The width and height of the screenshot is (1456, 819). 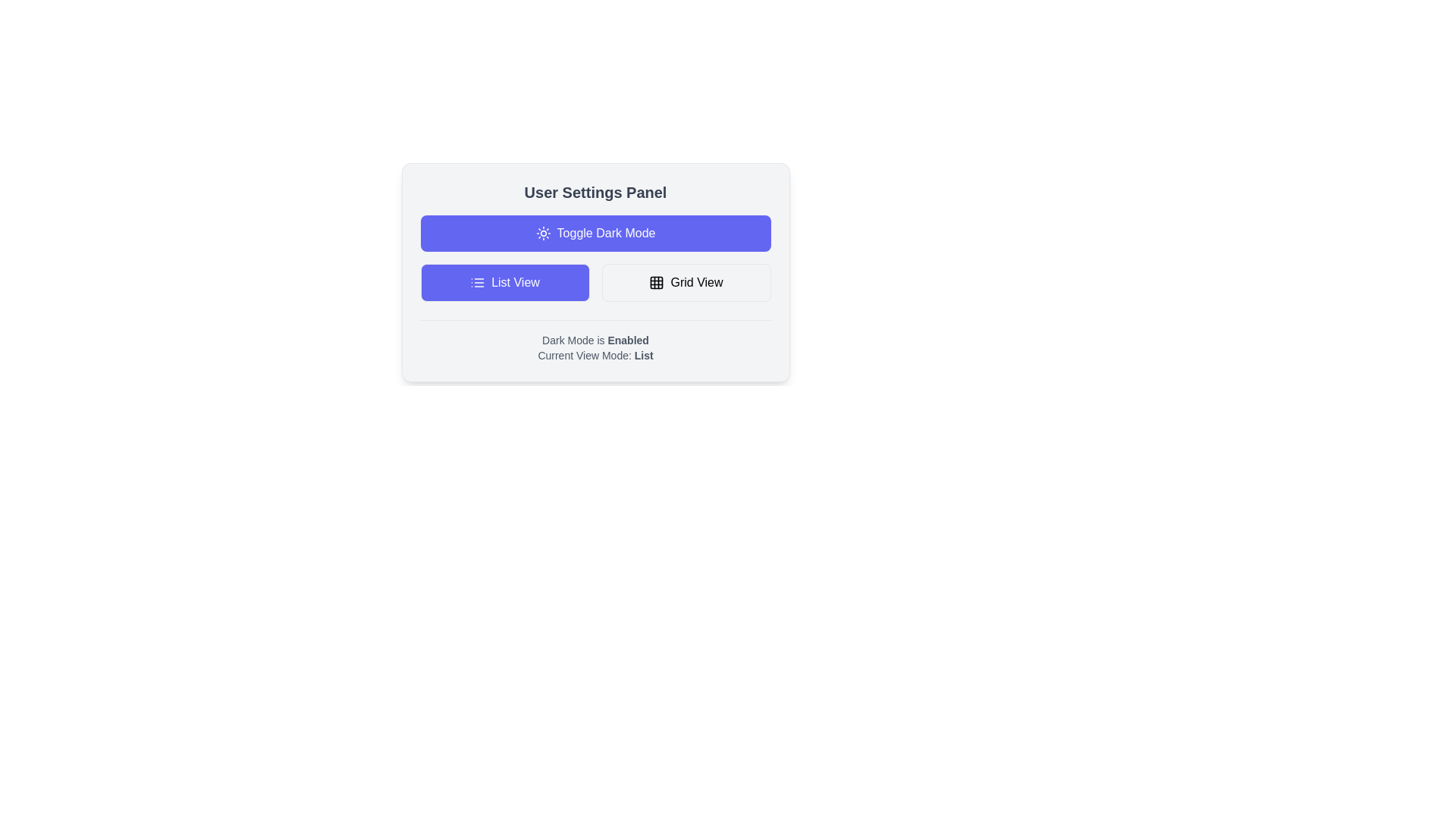 What do you see at coordinates (505, 283) in the screenshot?
I see `the 'List View' button, which is a rectangular button with rounded corners, indigo background on active state, white text, and an icon of three horizontal lines next to the text` at bounding box center [505, 283].